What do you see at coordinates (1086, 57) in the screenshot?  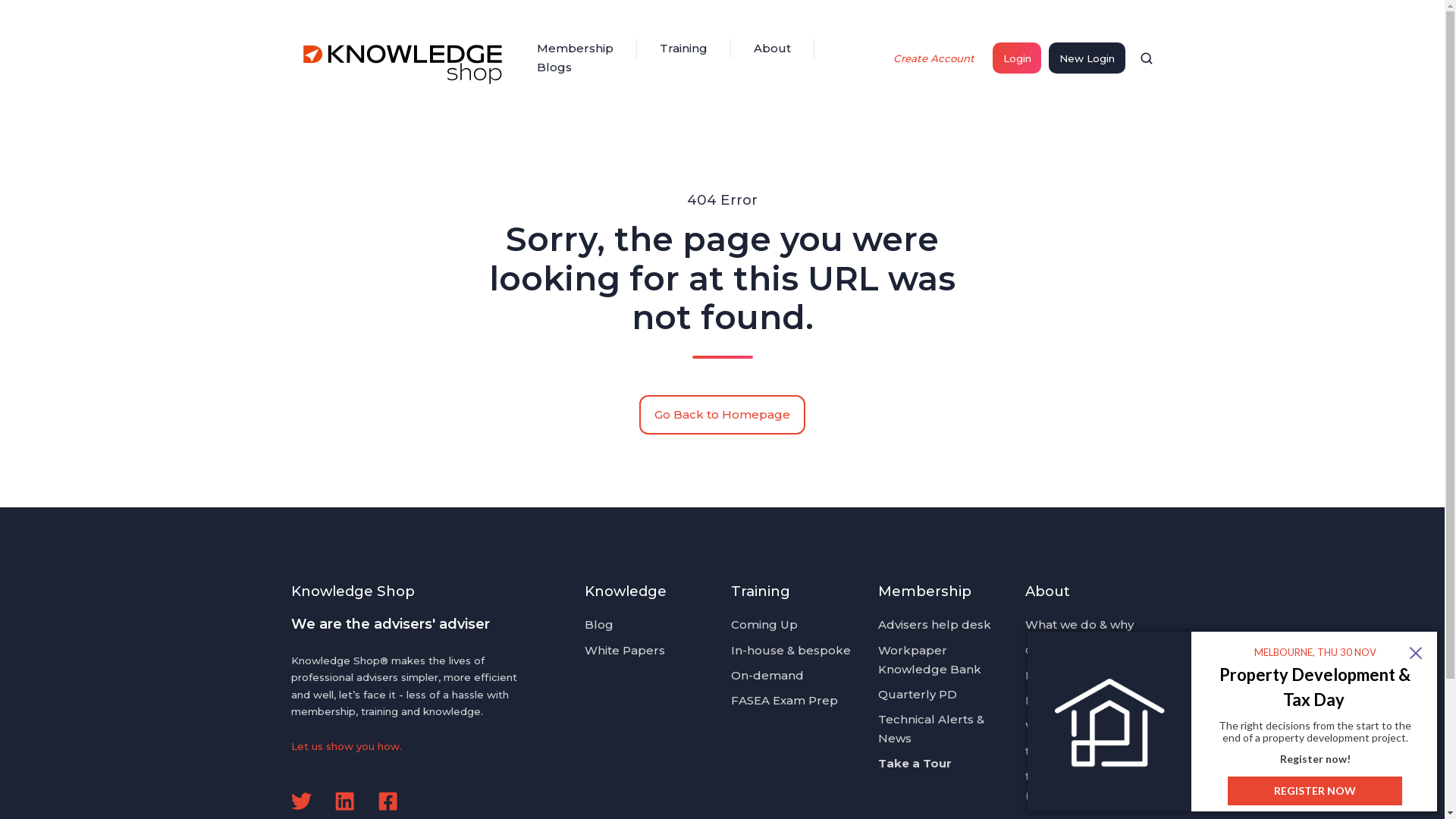 I see `'New Login'` at bounding box center [1086, 57].